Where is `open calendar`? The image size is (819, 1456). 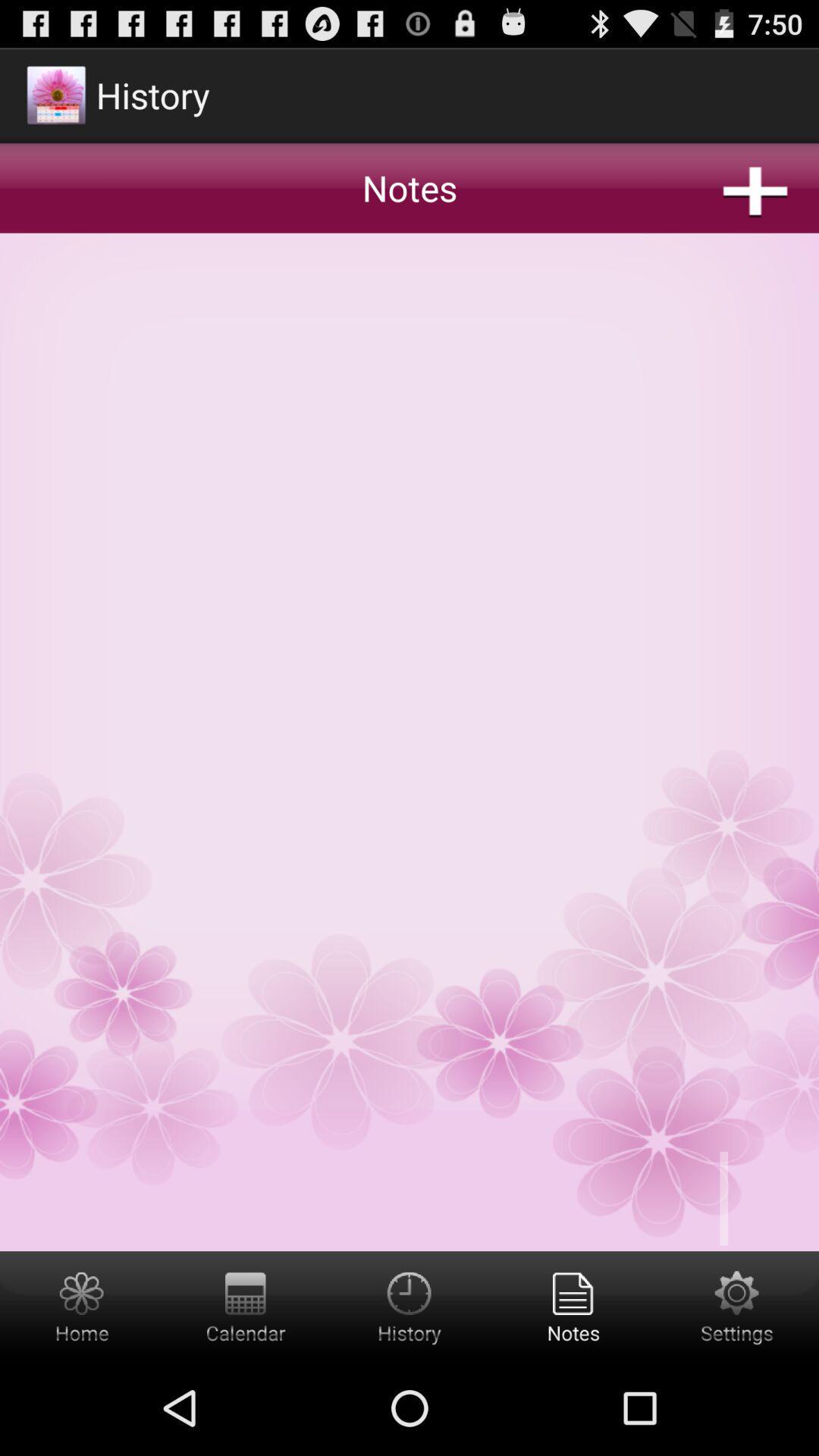
open calendar is located at coordinates (245, 1305).